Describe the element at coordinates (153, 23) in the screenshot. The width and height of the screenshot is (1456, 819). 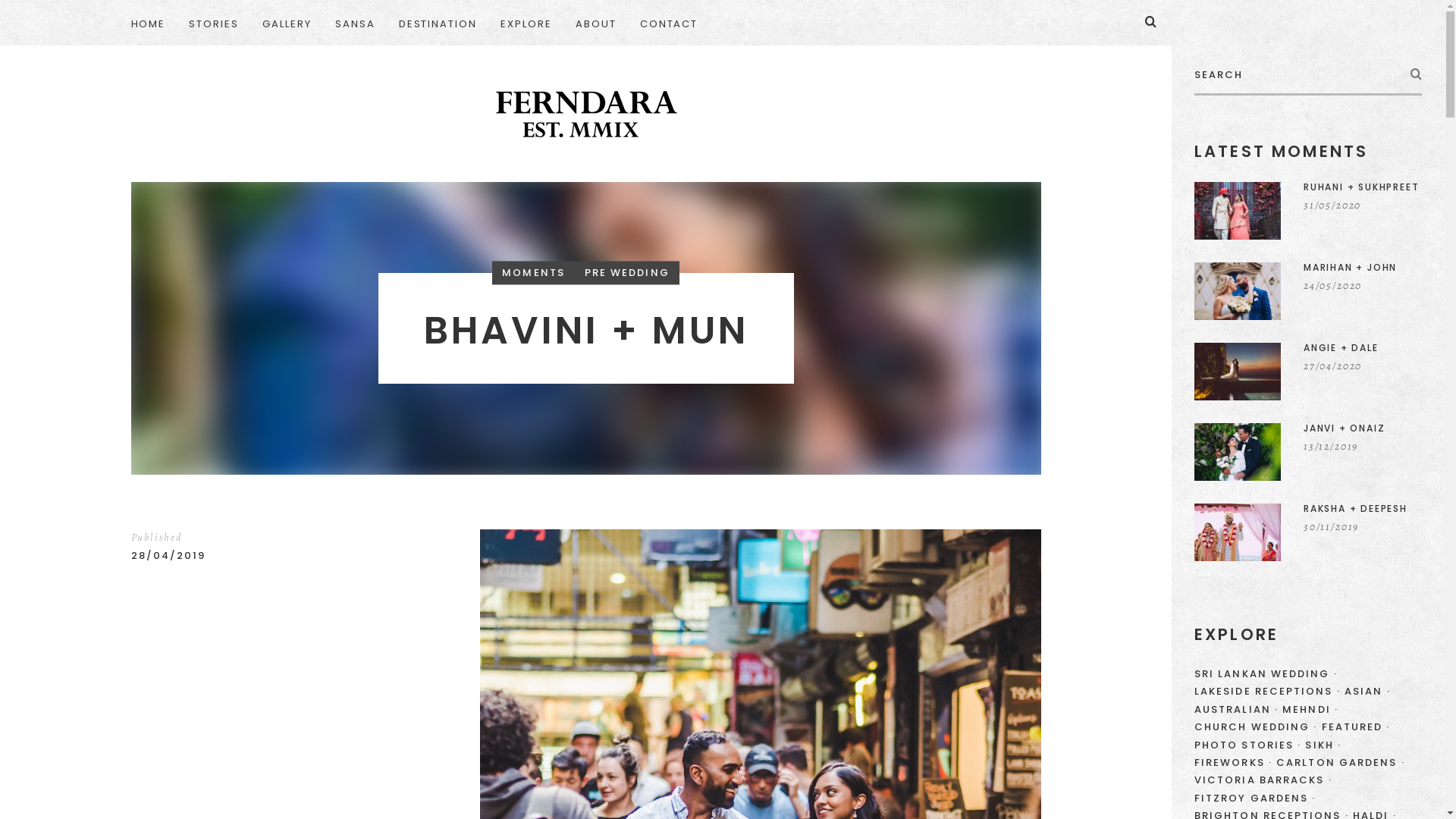
I see `'HOME'` at that location.